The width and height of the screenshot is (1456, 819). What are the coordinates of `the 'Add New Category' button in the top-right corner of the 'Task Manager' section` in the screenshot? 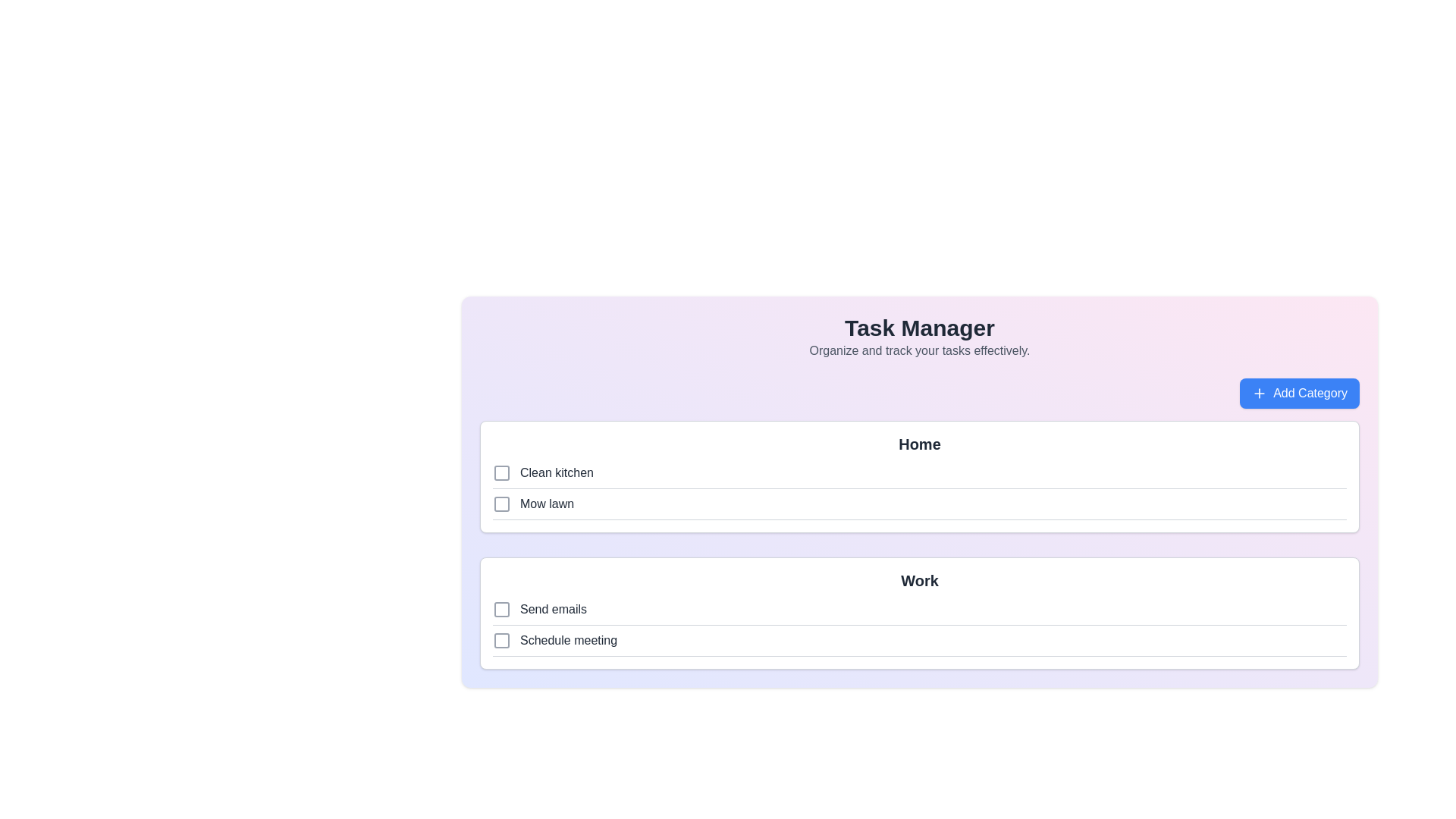 It's located at (1298, 393).